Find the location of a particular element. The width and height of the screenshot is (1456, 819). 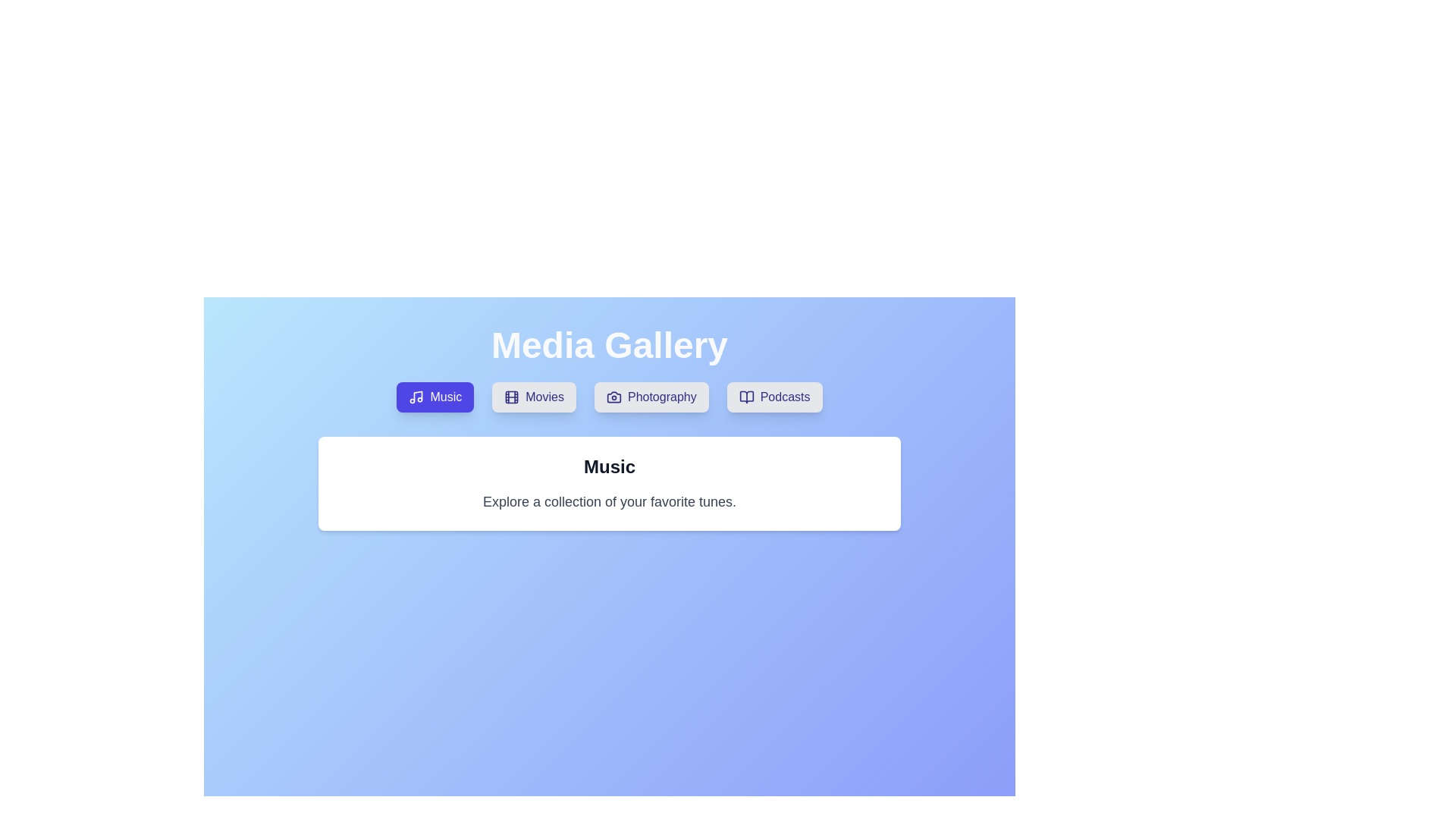

the Podcasts tab by clicking on its button is located at coordinates (774, 397).